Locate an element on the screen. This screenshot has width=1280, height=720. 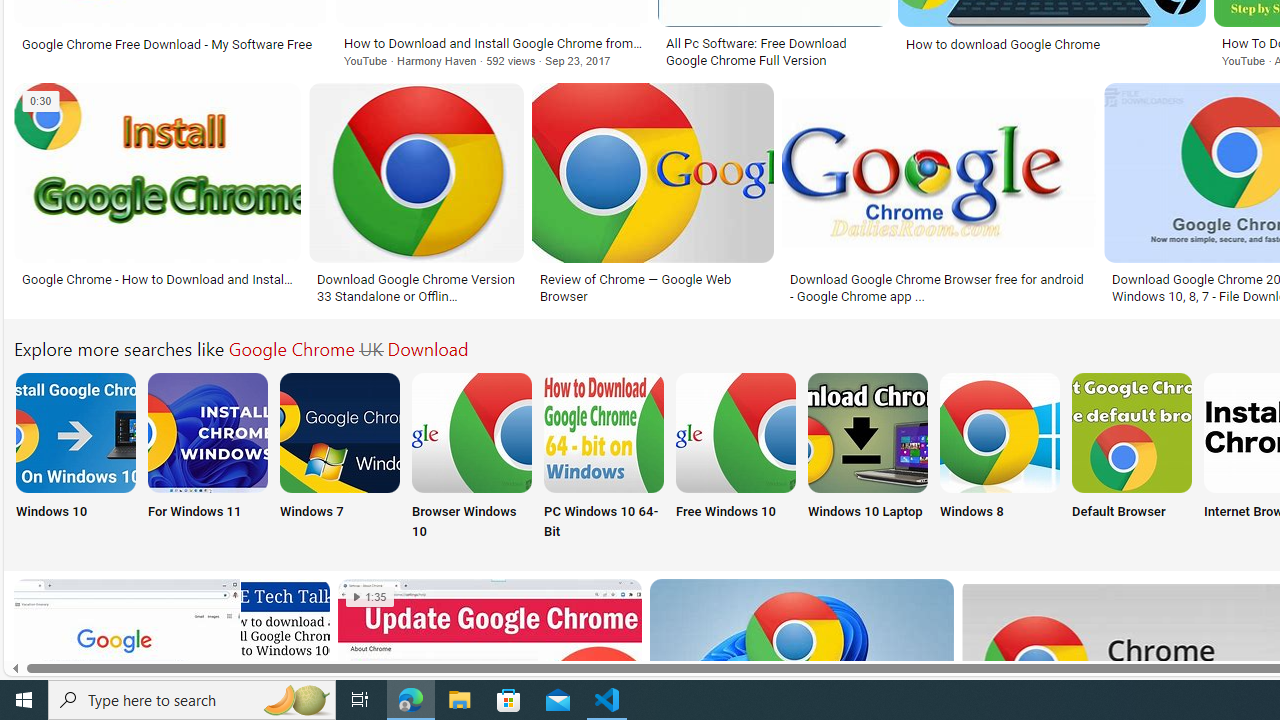
'Windows 7' is located at coordinates (339, 457).